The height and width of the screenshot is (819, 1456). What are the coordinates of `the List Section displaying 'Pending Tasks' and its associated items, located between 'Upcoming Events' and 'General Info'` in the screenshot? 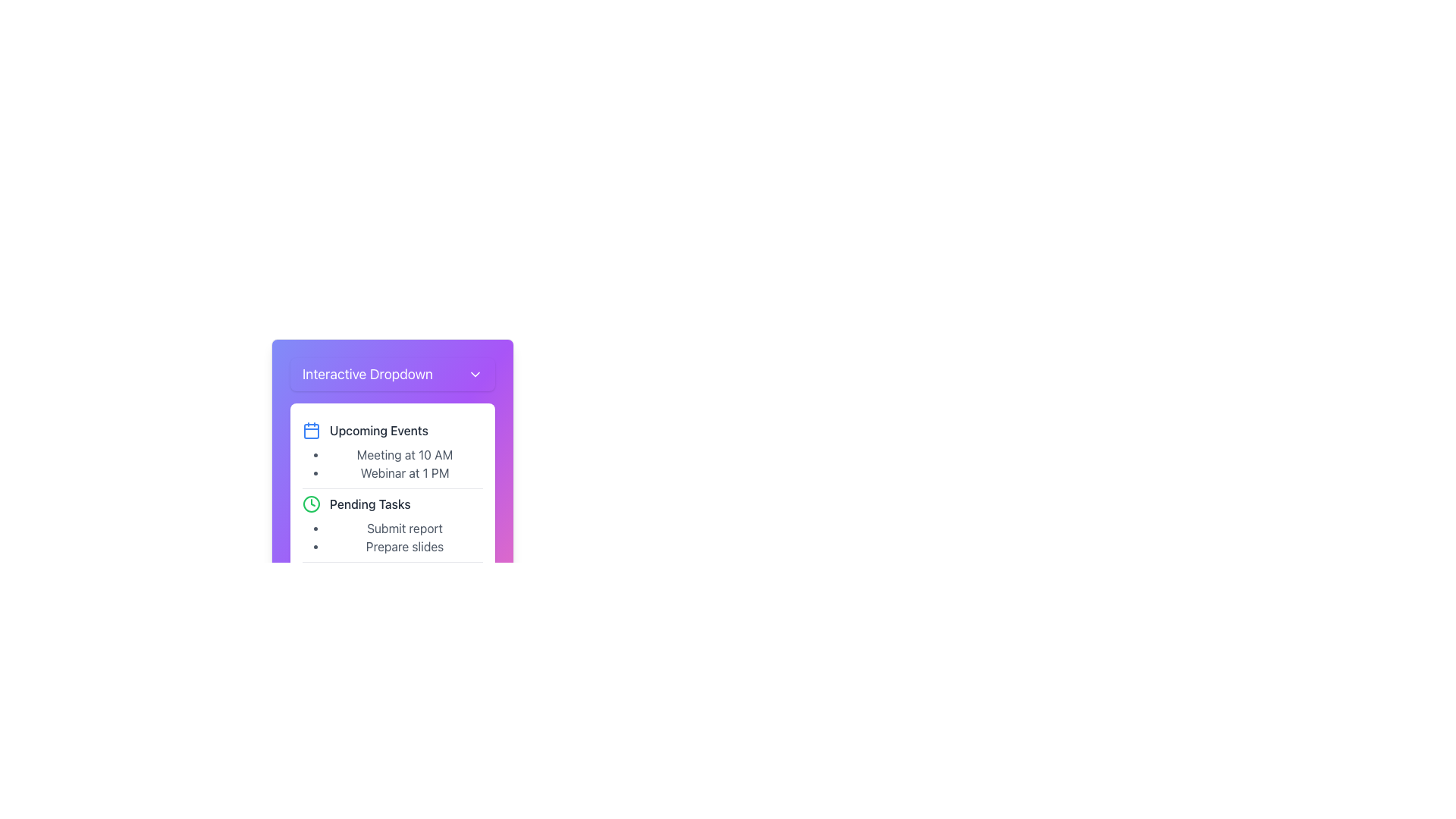 It's located at (393, 523).